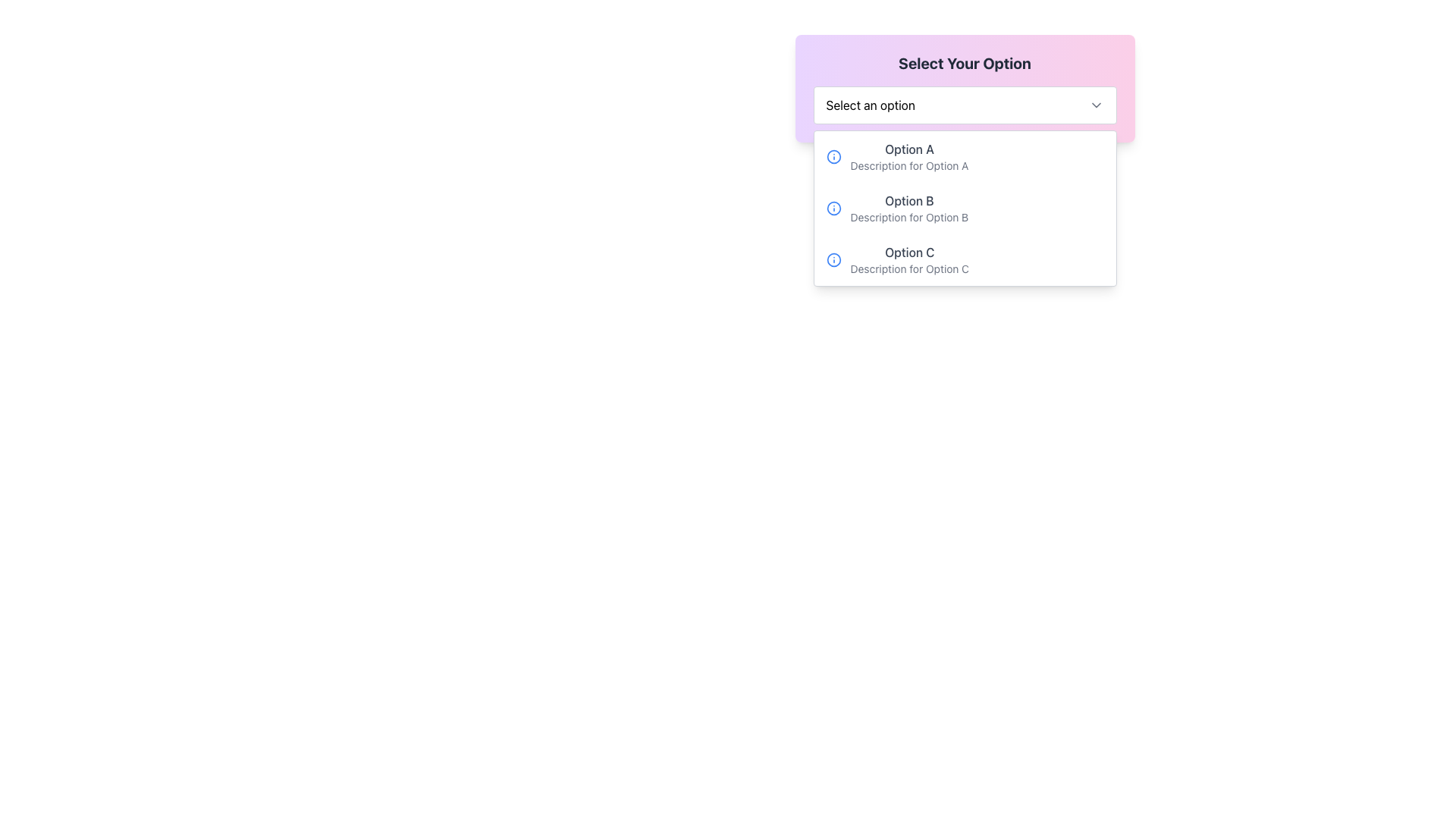 The height and width of the screenshot is (819, 1456). Describe the element at coordinates (1096, 104) in the screenshot. I see `the Chevron icon located in the top-right corner of the dropdown menu, which indicates the visibility of options` at that location.